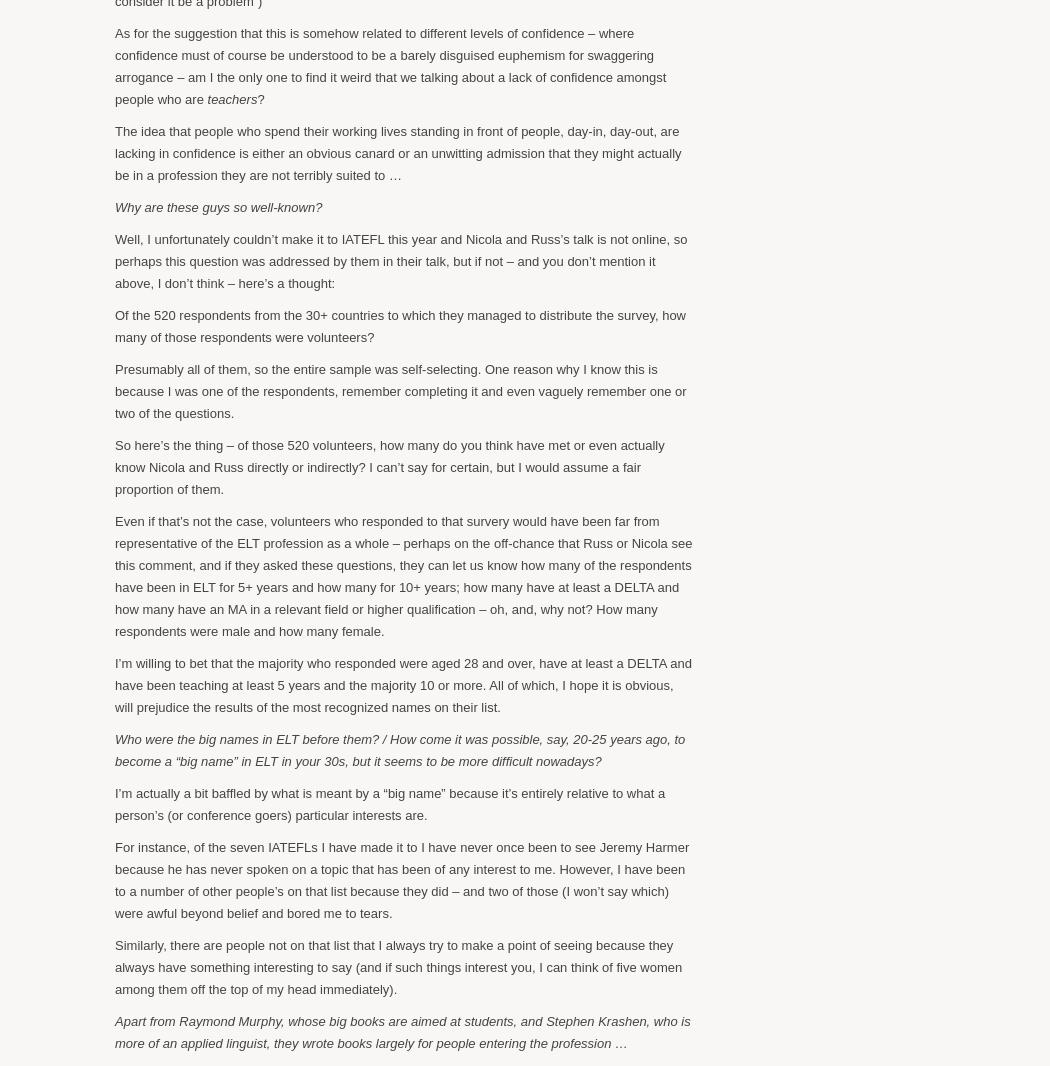 Image resolution: width=1050 pixels, height=1066 pixels. What do you see at coordinates (113, 466) in the screenshot?
I see `'So here’s the thing – of those 520 volunteers, how many do you think have met or even actually know Nicola and Russ directly or indirectly? I can’t say for certain, but I would assume a fair proportion of them.'` at bounding box center [113, 466].